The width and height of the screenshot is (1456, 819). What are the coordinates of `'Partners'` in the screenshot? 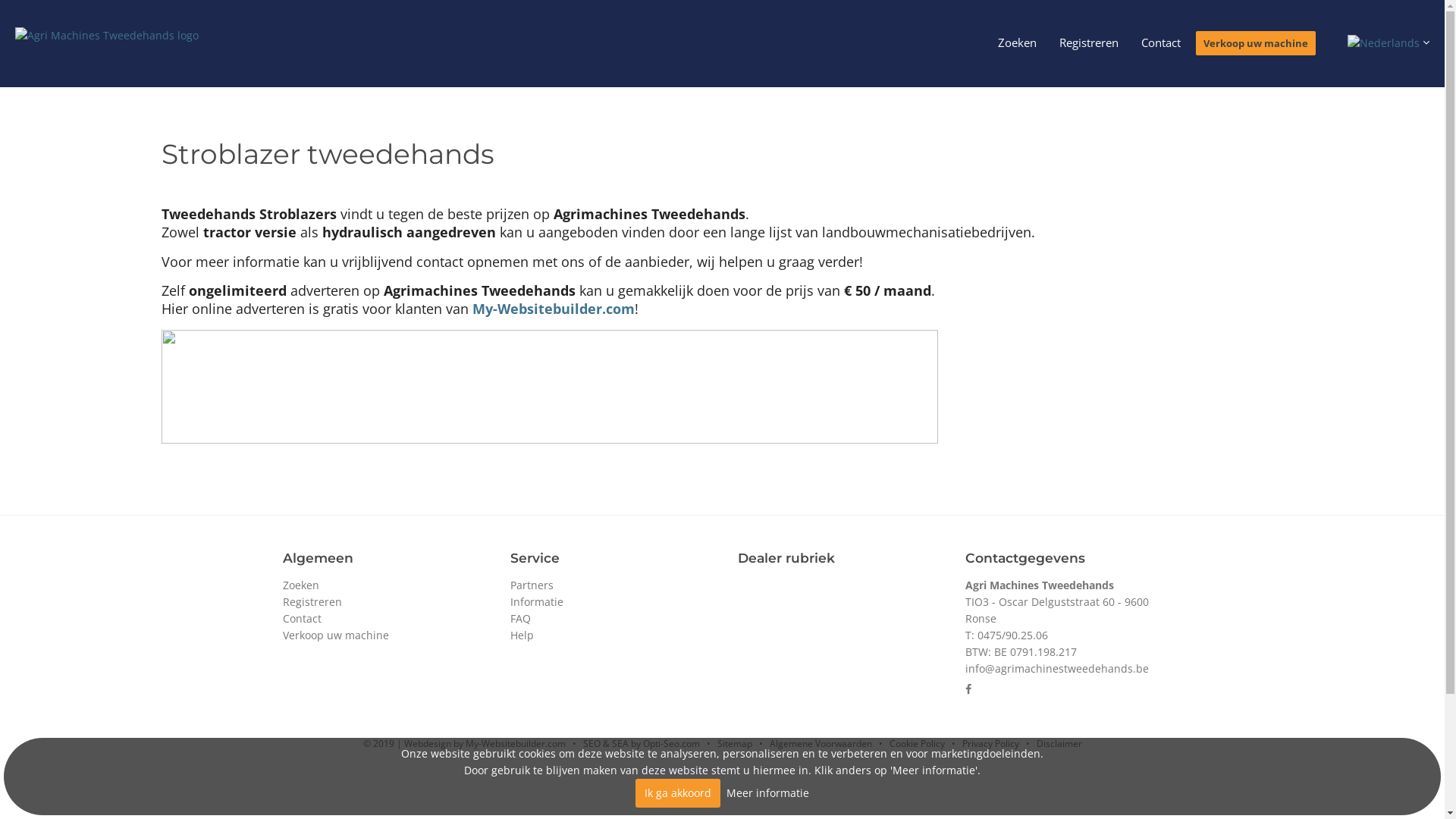 It's located at (531, 584).